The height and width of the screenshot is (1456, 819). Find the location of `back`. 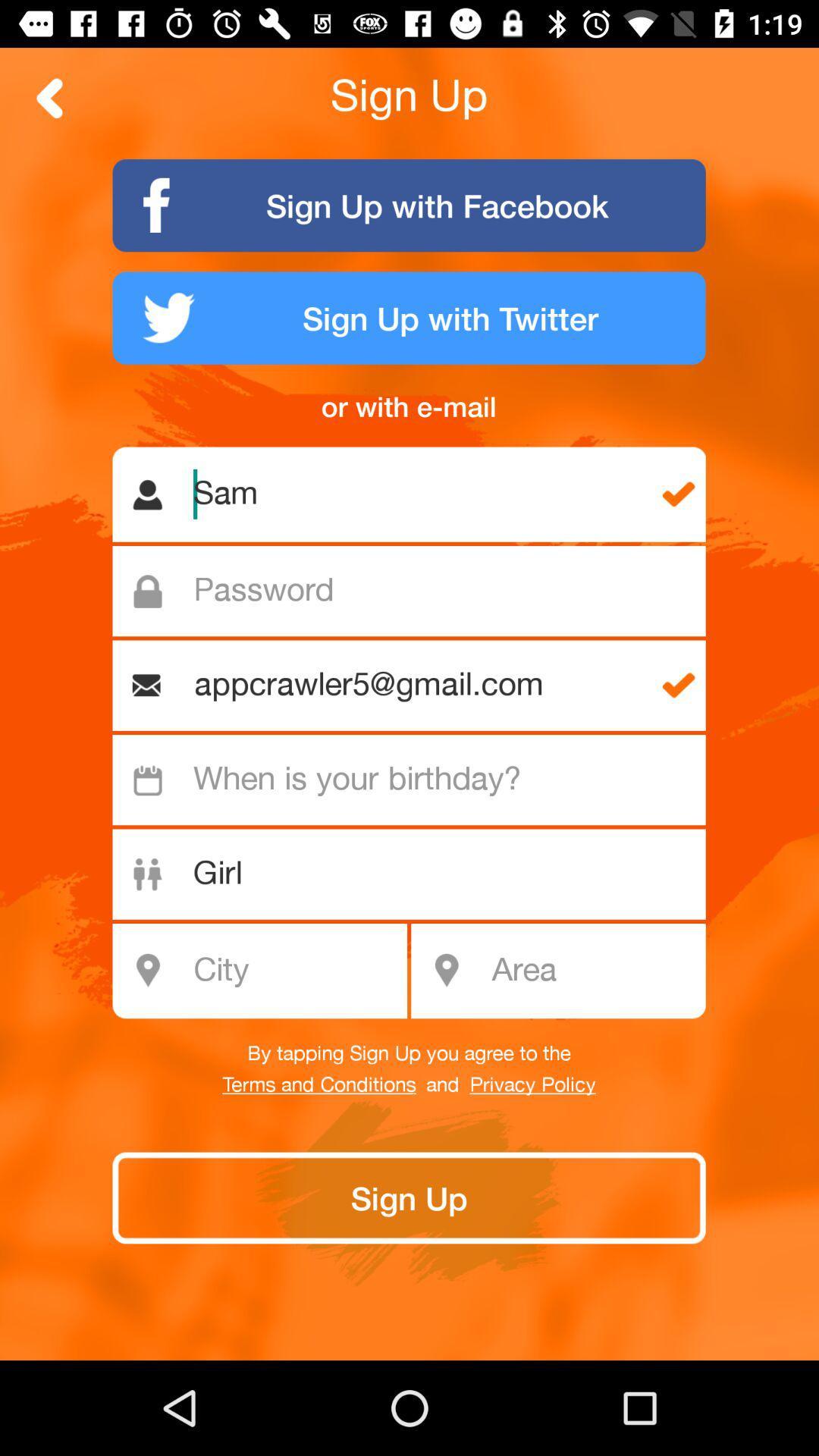

back is located at coordinates (49, 97).